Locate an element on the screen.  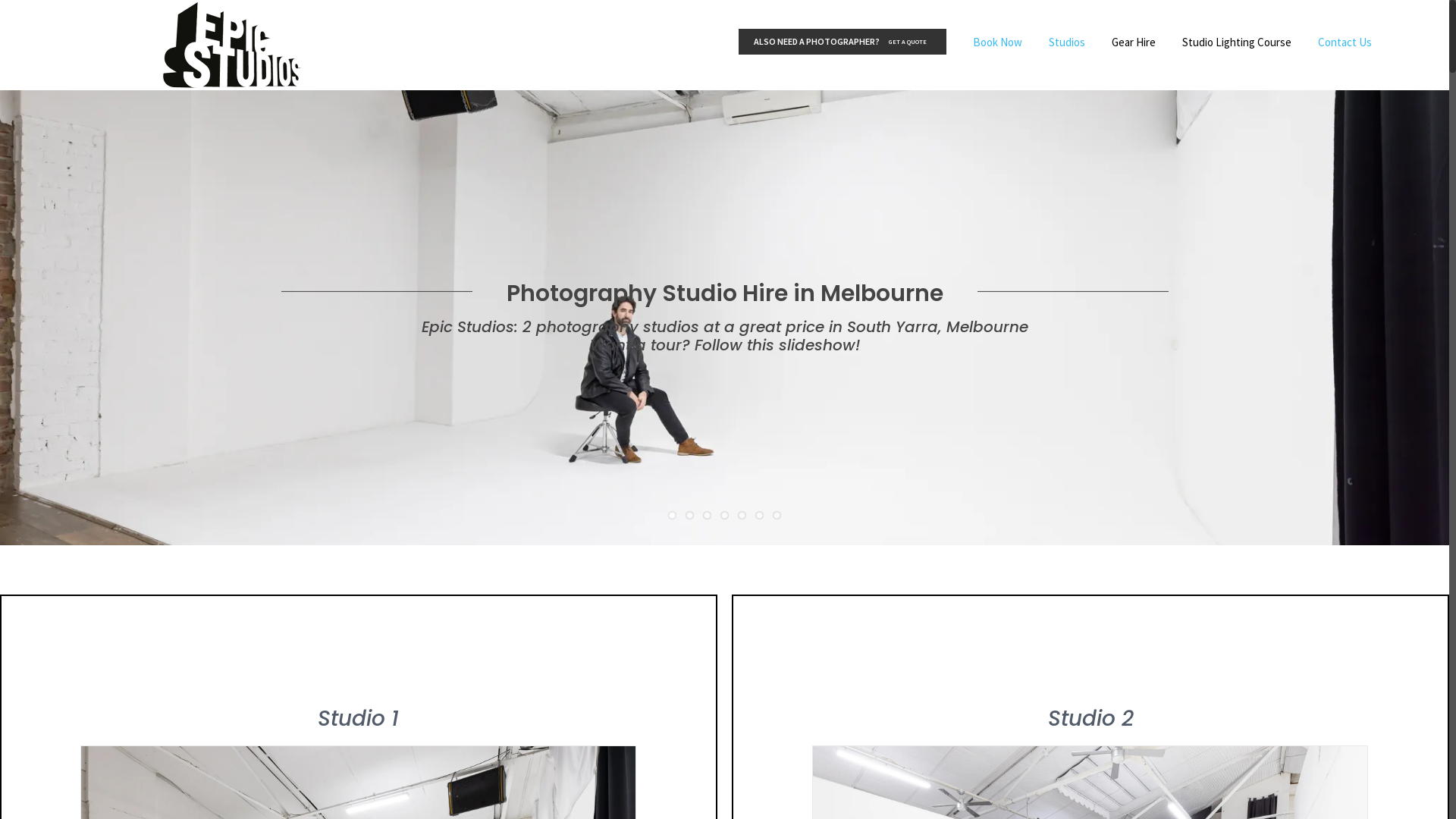
'Book Now' is located at coordinates (997, 40).